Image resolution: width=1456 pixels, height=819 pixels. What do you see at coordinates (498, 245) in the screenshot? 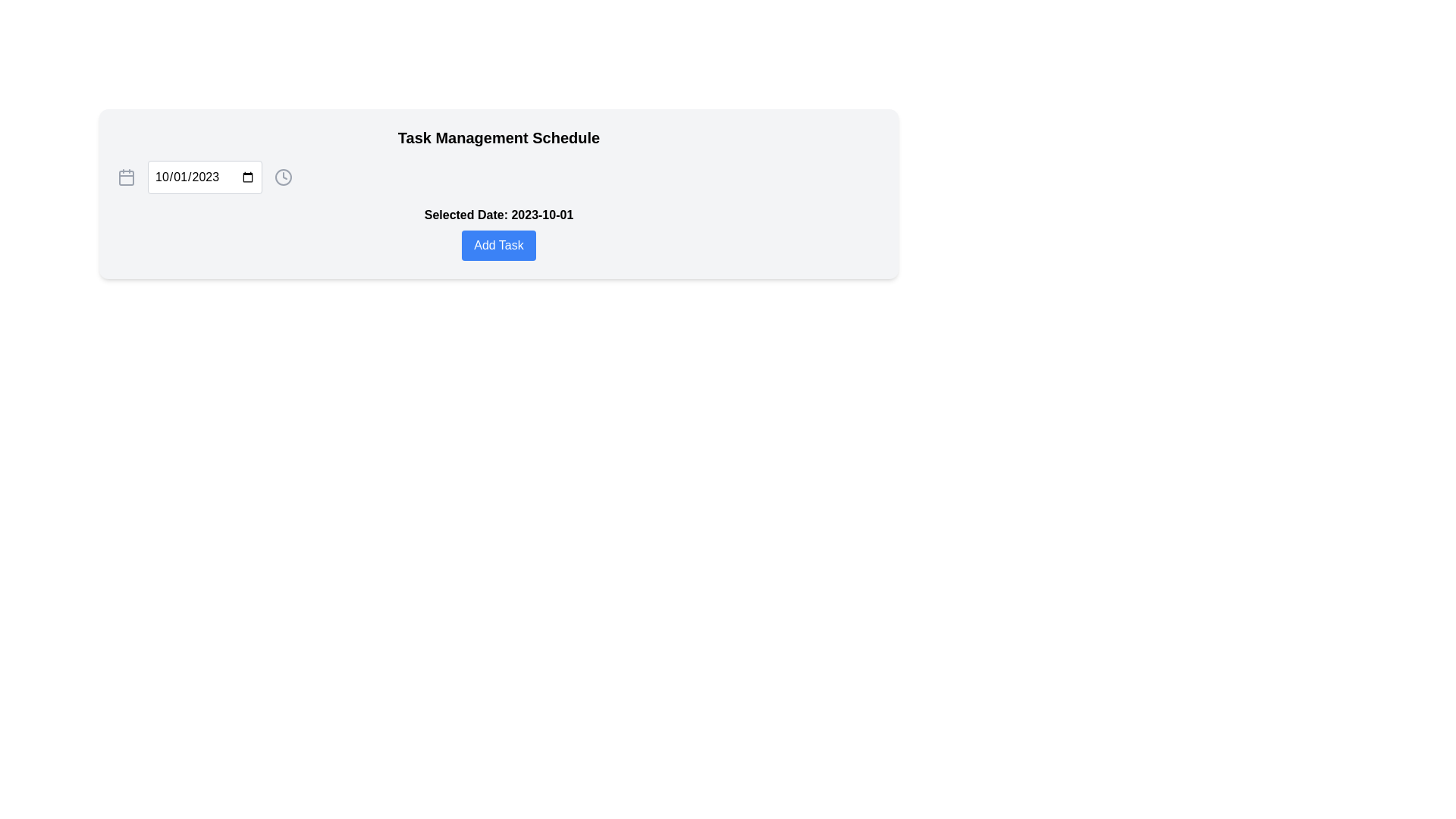
I see `the 'Add Task' button, which is a rectangular button with rounded corners, blue background, and white text, located below 'Selected Date: 2023-10-01' in the 'Task Management Schedule' section` at bounding box center [498, 245].